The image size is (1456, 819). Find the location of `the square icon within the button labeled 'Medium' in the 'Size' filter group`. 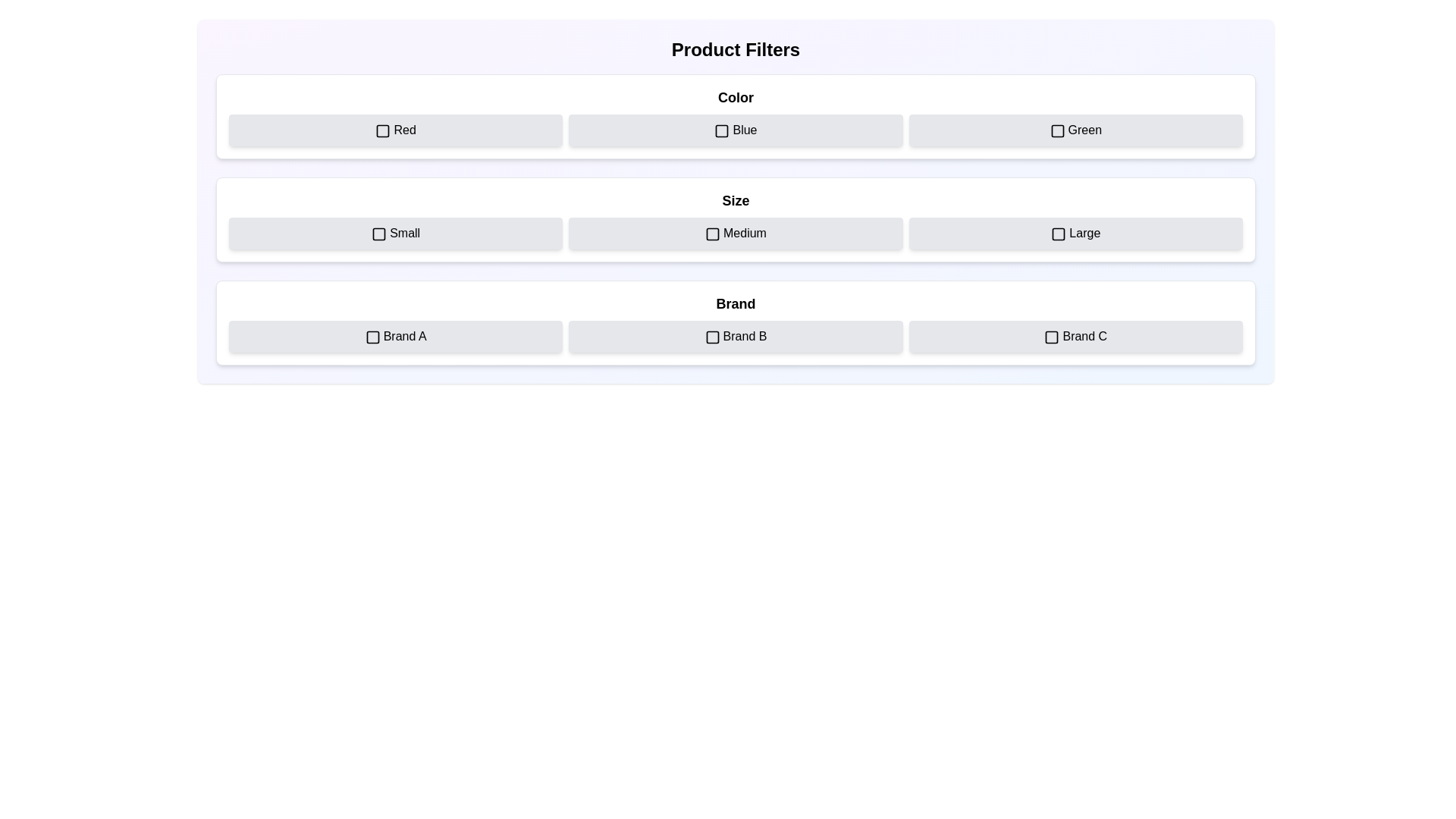

the square icon within the button labeled 'Medium' in the 'Size' filter group is located at coordinates (712, 234).